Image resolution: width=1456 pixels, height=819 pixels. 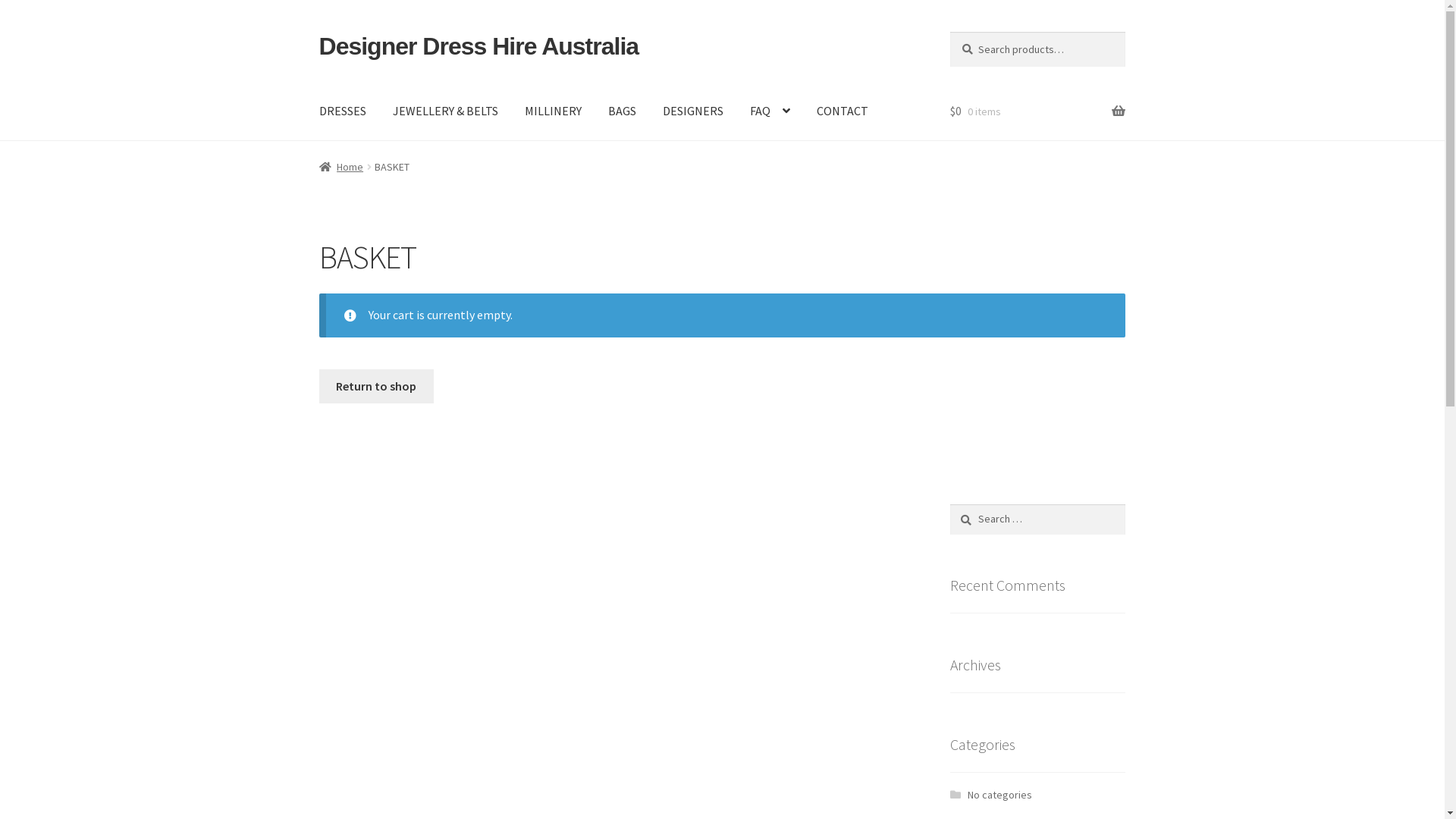 I want to click on 'Return to shop', so click(x=318, y=385).